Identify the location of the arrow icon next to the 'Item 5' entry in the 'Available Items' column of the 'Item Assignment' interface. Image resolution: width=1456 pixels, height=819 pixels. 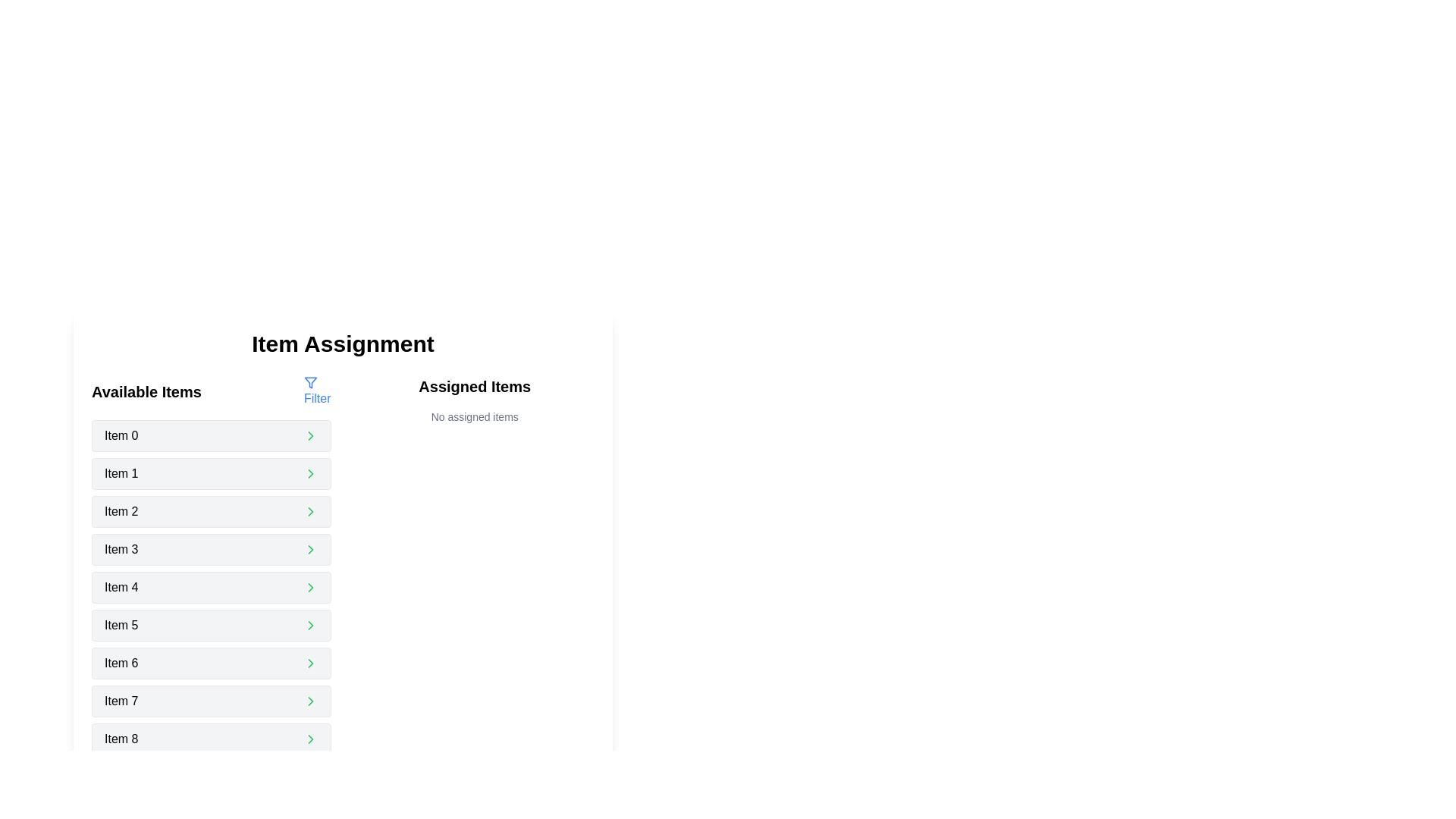
(309, 626).